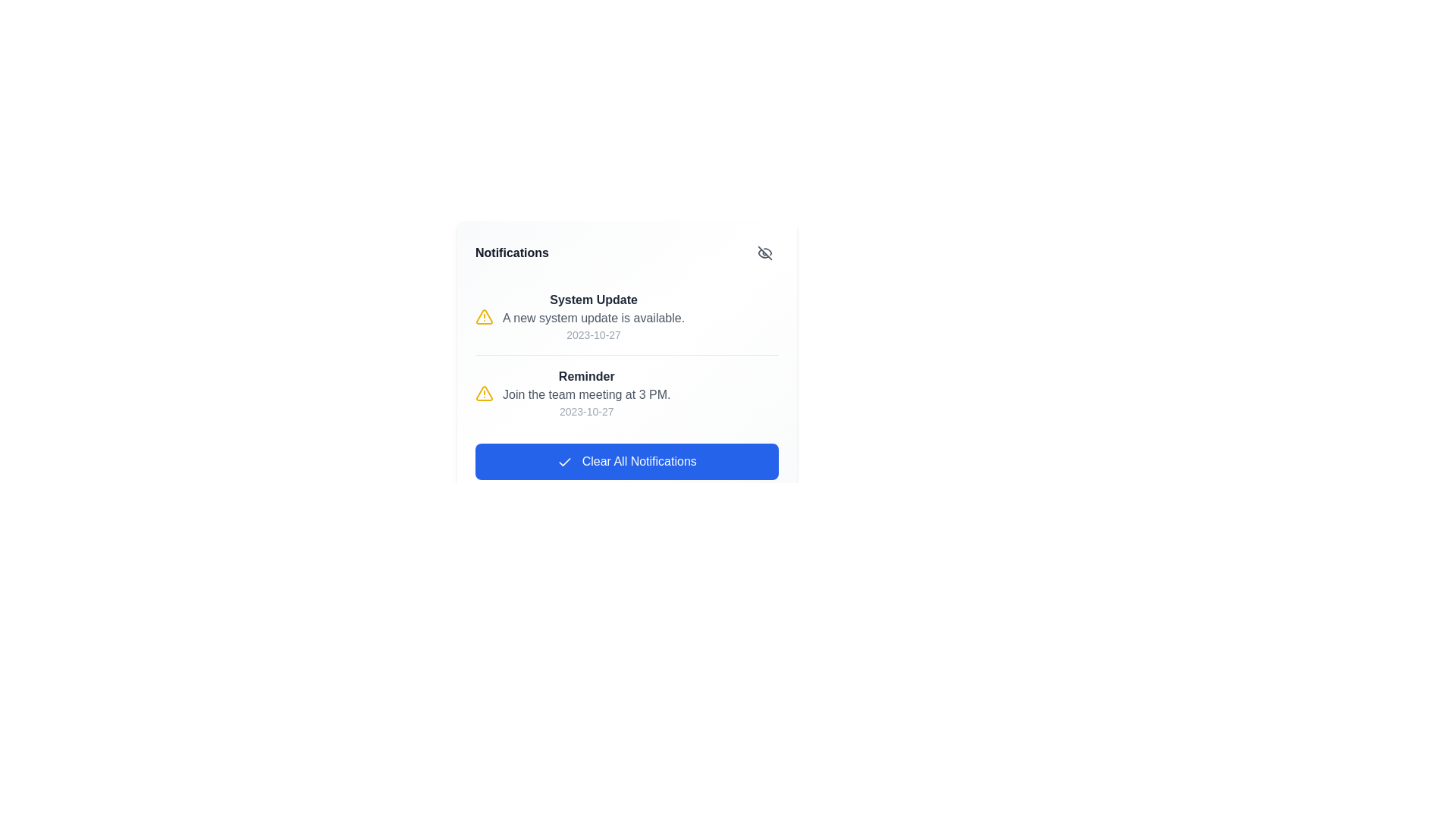 The width and height of the screenshot is (1456, 819). I want to click on the second notification in the notification panel, which contains a yellow triangular alert icon, a bold 'Reminder' title, and the description 'Join the team meeting at 3 PM', so click(626, 393).